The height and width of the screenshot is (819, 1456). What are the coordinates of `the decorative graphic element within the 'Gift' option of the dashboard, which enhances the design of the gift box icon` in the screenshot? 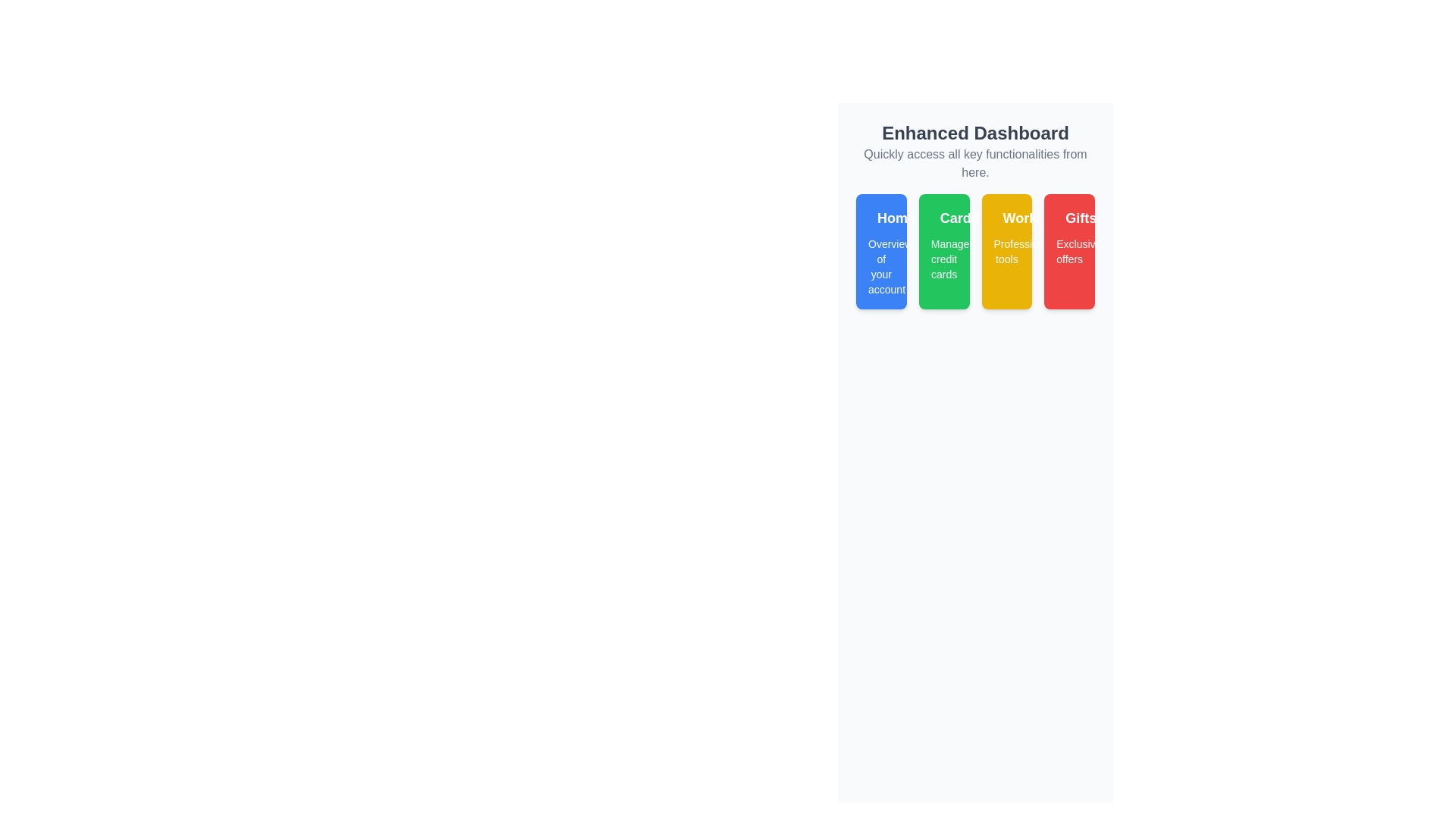 It's located at (1065, 213).